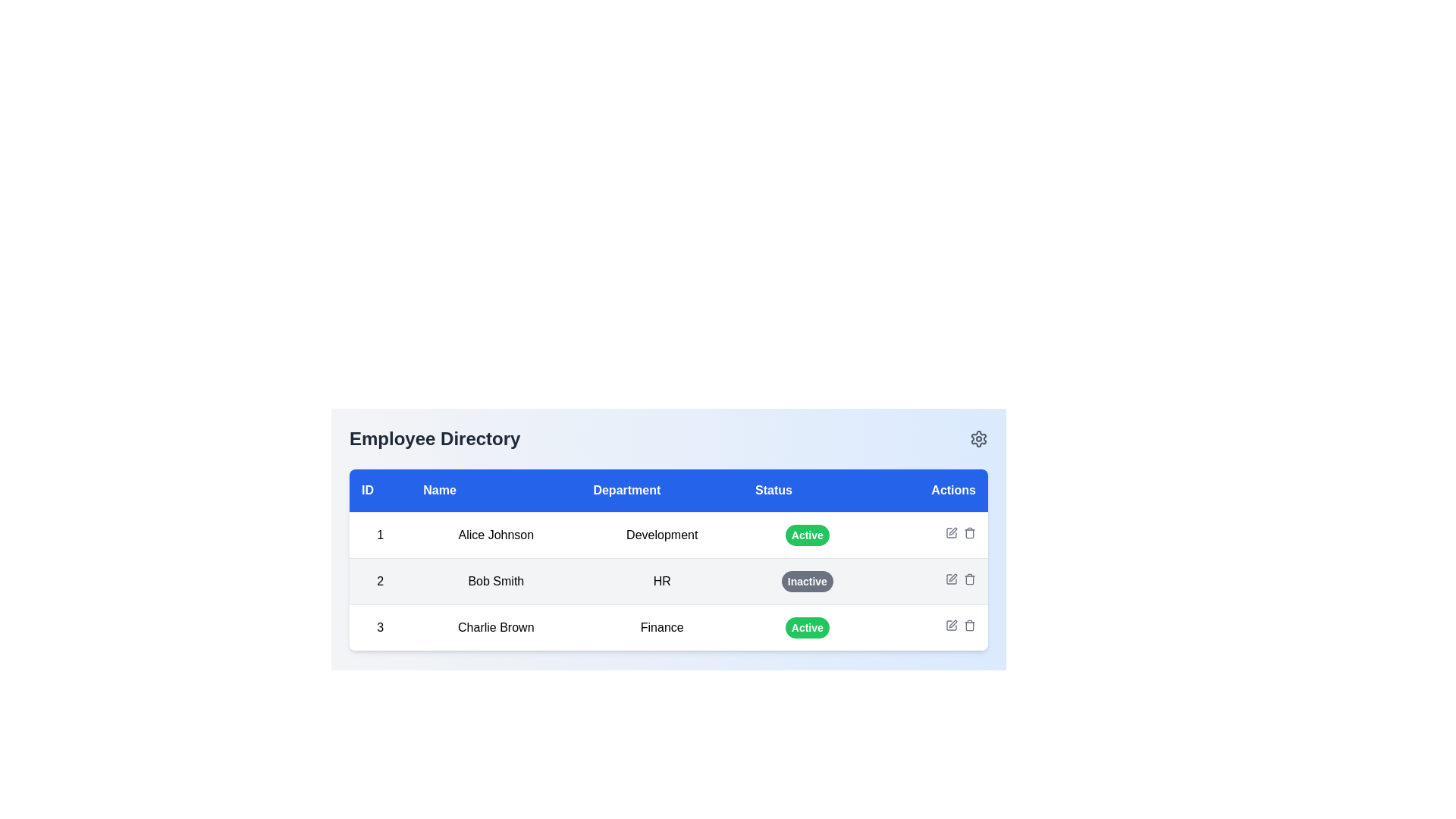 The width and height of the screenshot is (1456, 819). What do you see at coordinates (968, 626) in the screenshot?
I see `the trash (delete) icon in the Actions column for the row labeled 'Charlie Brown'` at bounding box center [968, 626].